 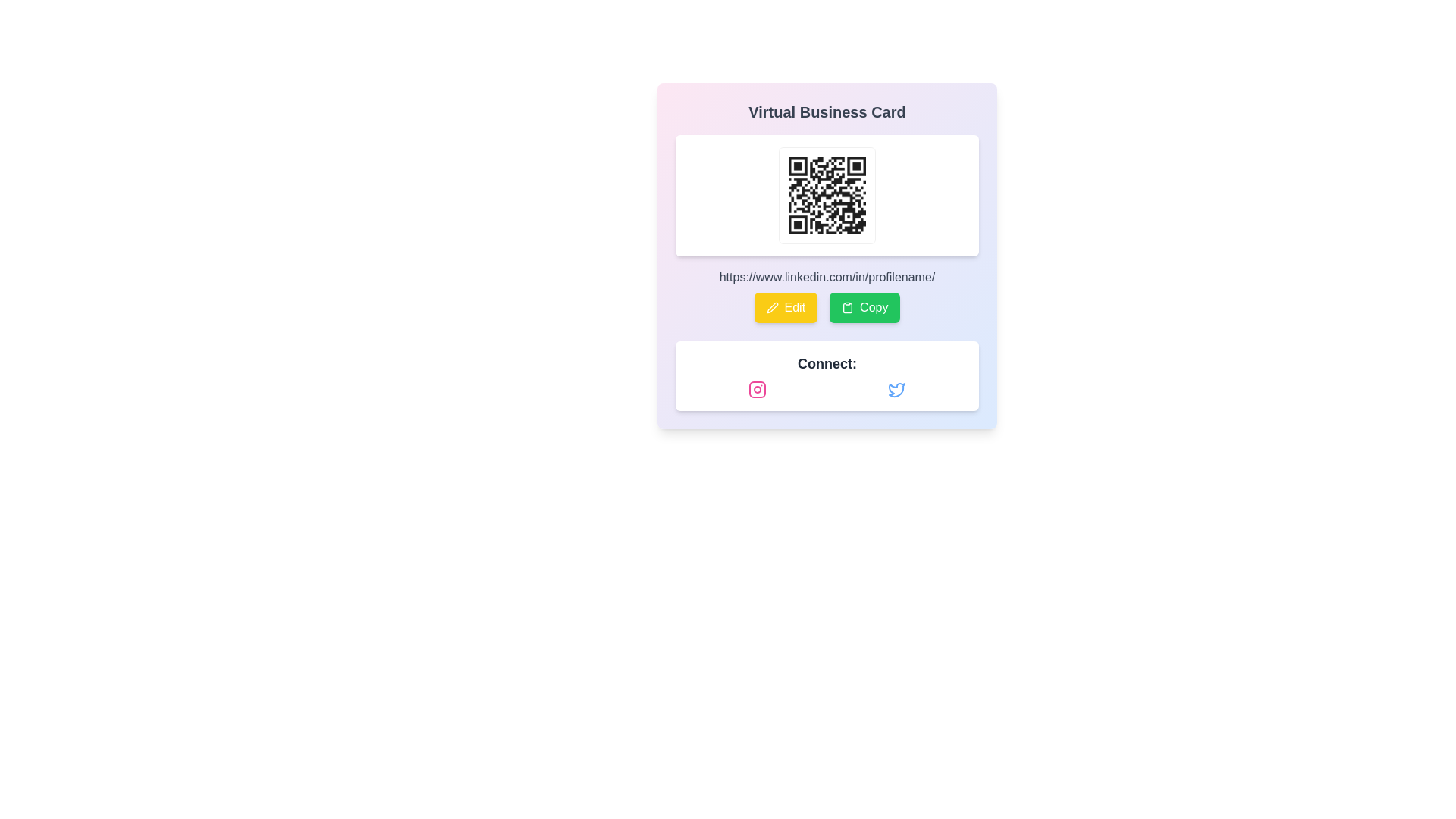 What do you see at coordinates (757, 388) in the screenshot?
I see `the pink square with rounded corners that represents the main outer square of the Instagram icon located in the 'Connect:' section of the interface` at bounding box center [757, 388].